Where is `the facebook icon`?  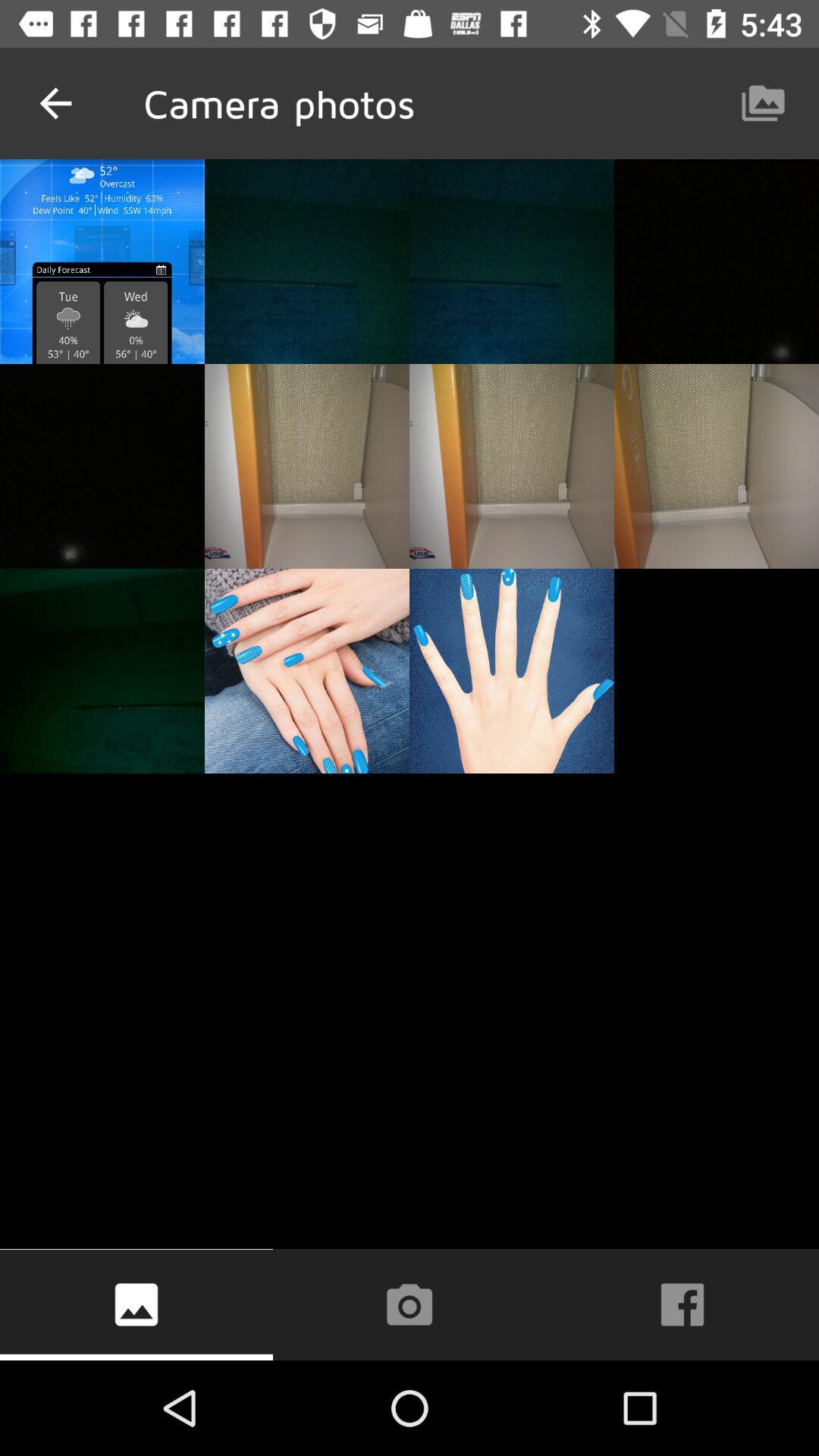
the facebook icon is located at coordinates (681, 1304).